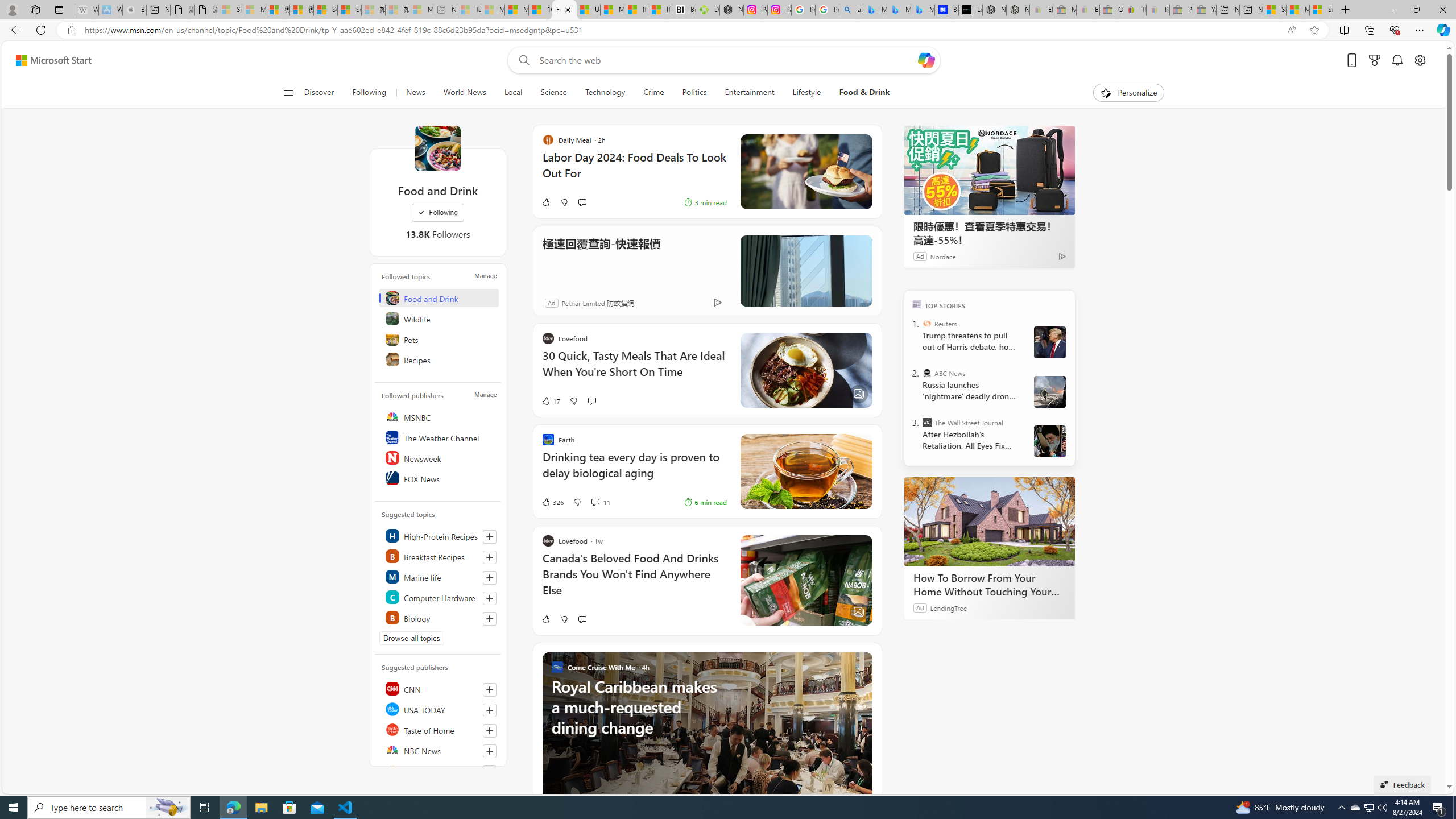  What do you see at coordinates (489, 771) in the screenshot?
I see `'Follow this source'` at bounding box center [489, 771].